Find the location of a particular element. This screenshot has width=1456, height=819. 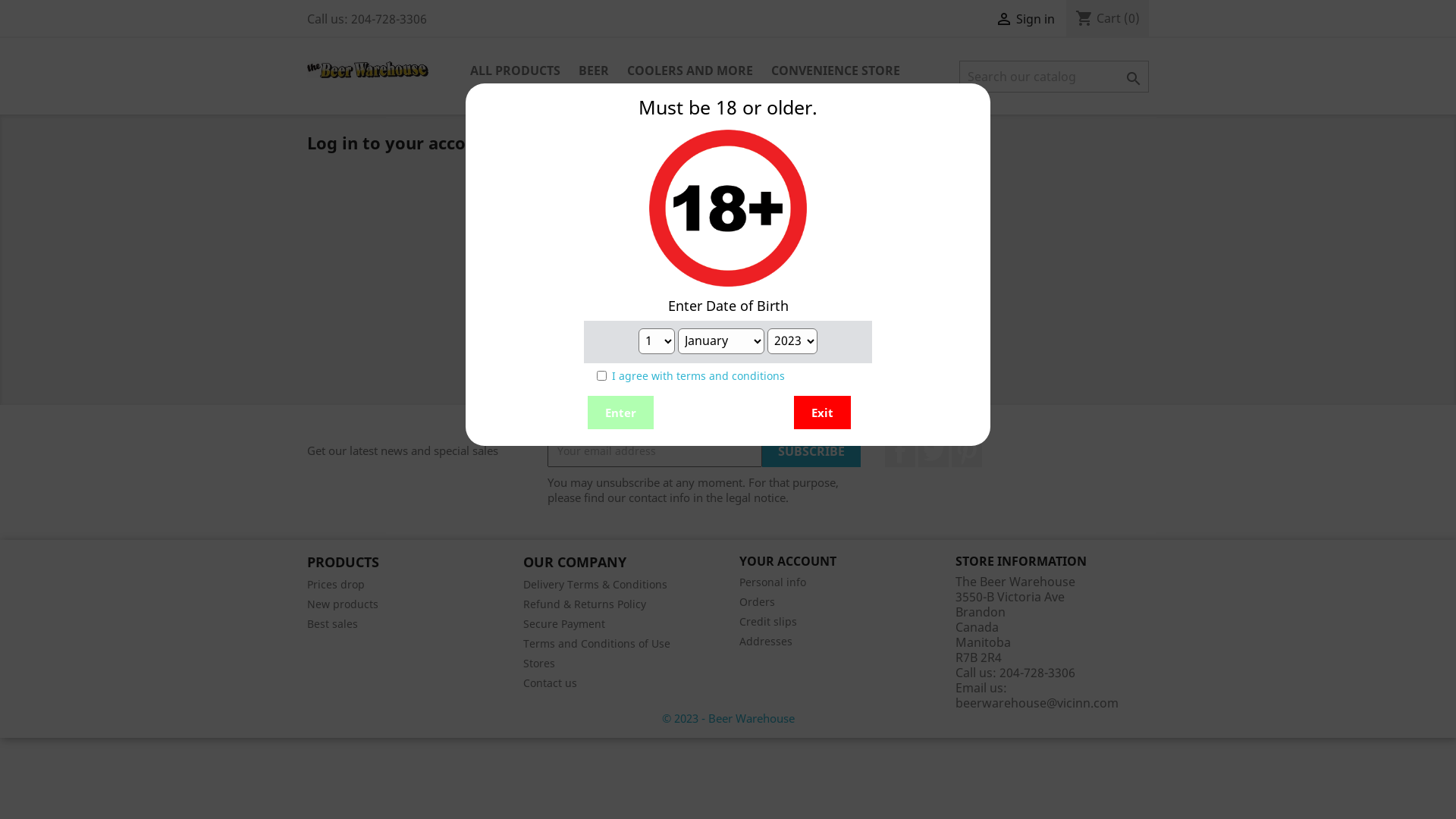

'YOUR ACCOUNT' is located at coordinates (739, 561).